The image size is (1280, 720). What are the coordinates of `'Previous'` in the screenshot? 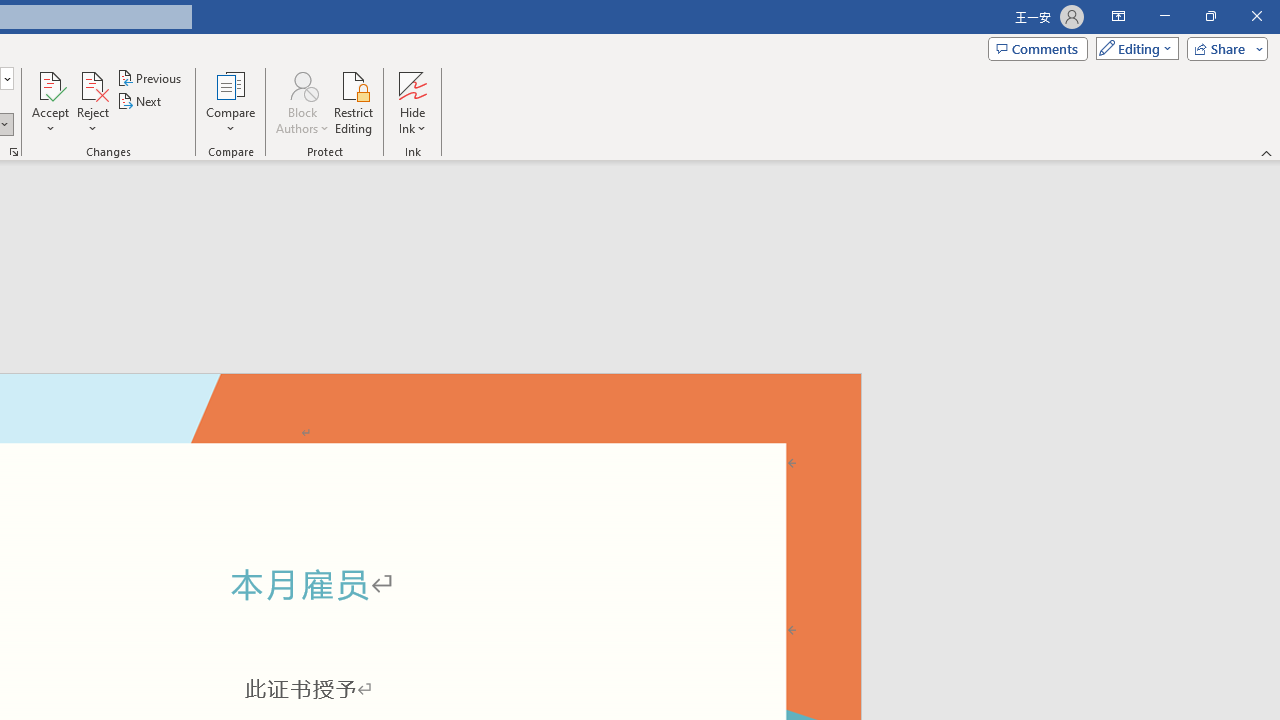 It's located at (150, 77).